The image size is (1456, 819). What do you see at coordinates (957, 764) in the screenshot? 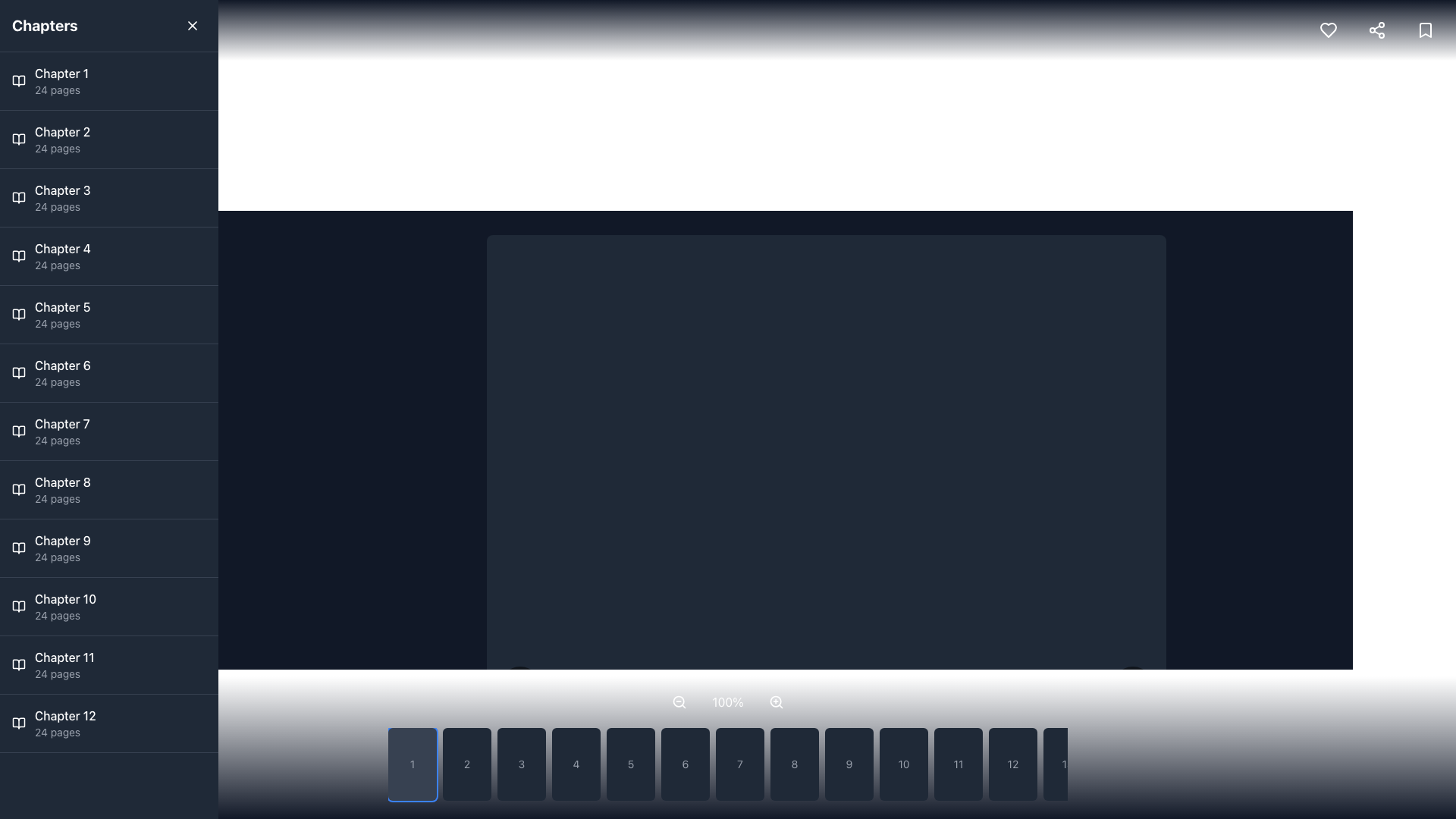
I see `the interactive button labeled '11'` at bounding box center [957, 764].